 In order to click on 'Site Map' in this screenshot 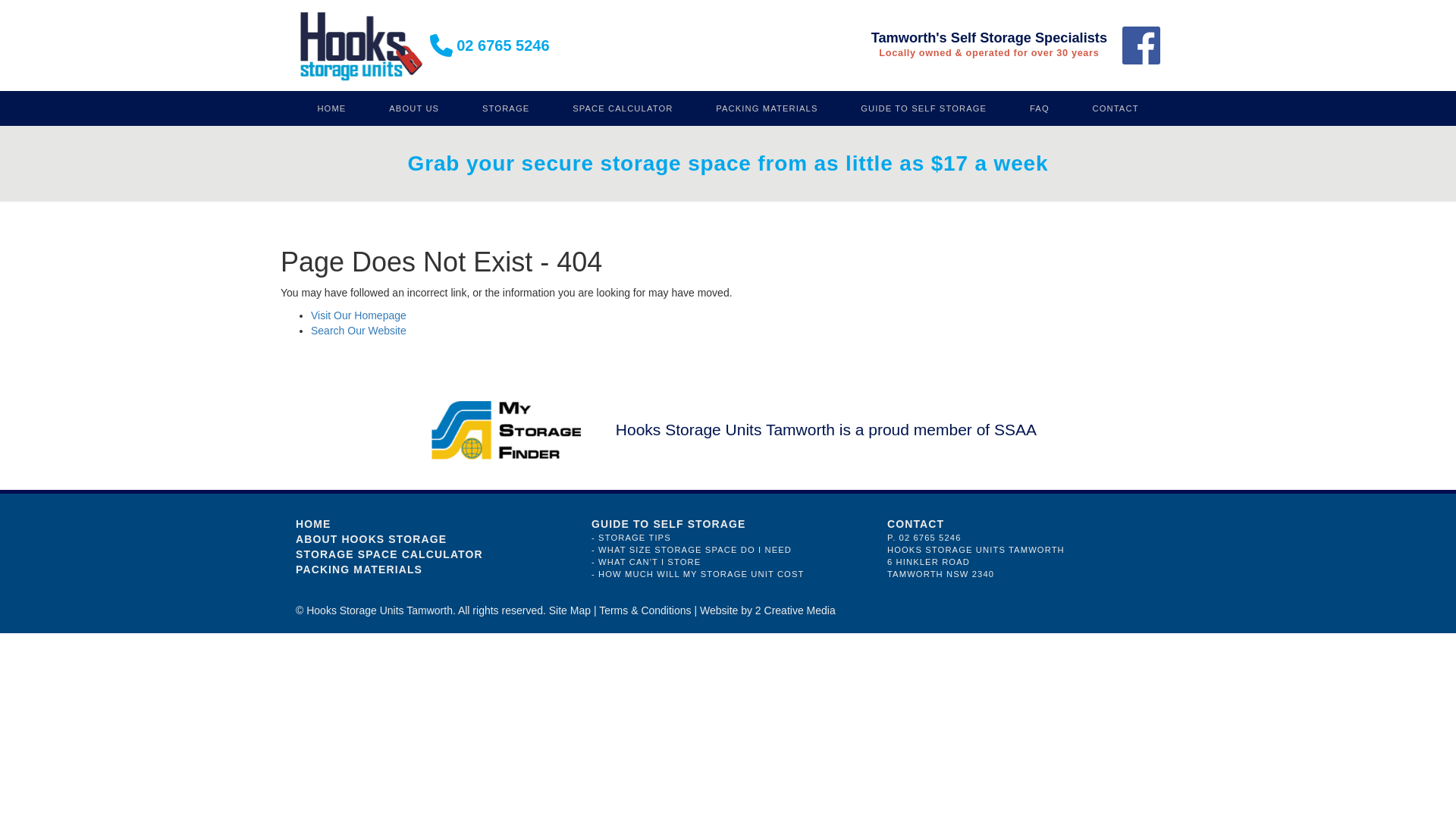, I will do `click(548, 610)`.